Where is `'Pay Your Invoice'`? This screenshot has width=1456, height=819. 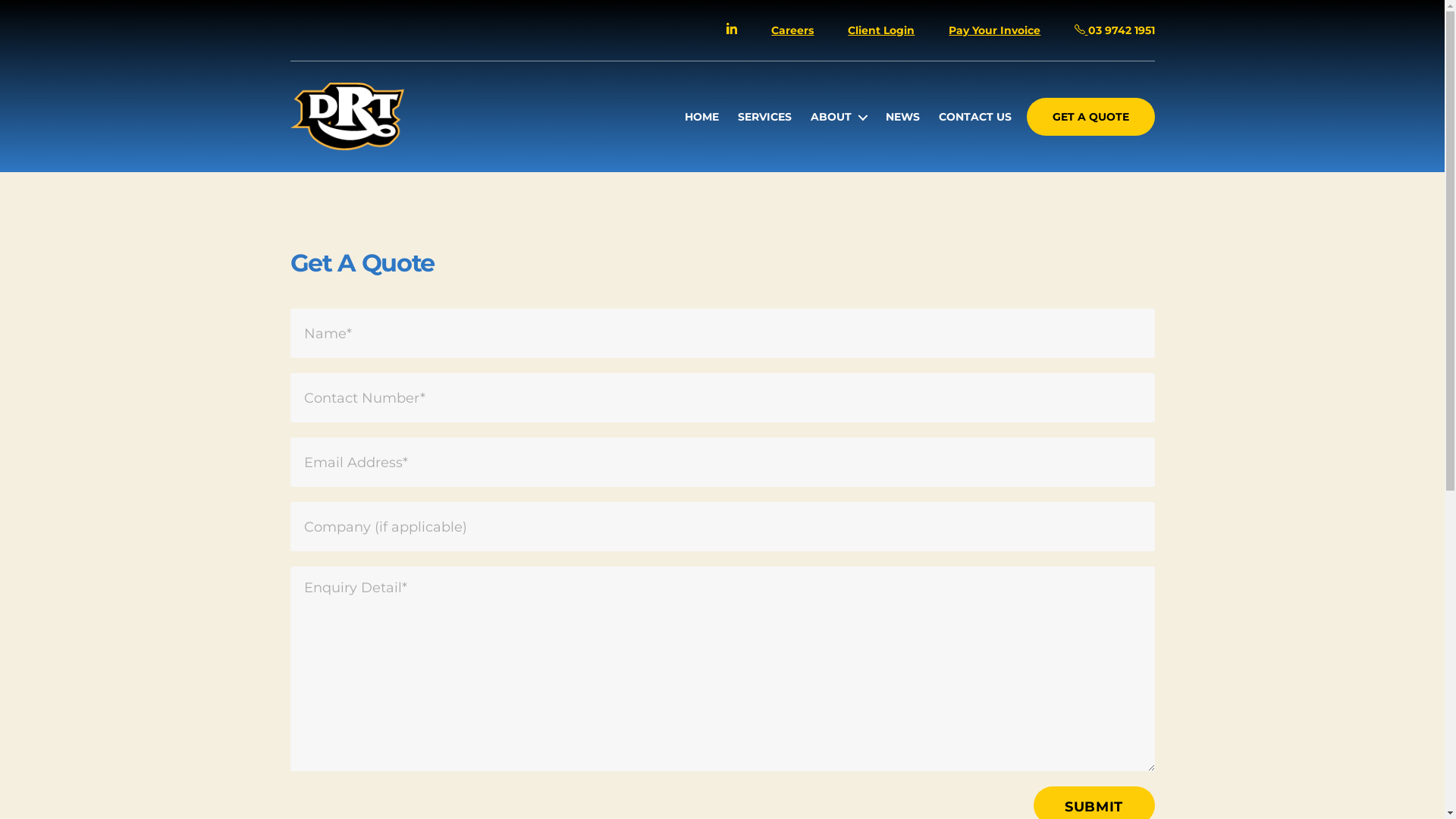
'Pay Your Invoice' is located at coordinates (994, 30).